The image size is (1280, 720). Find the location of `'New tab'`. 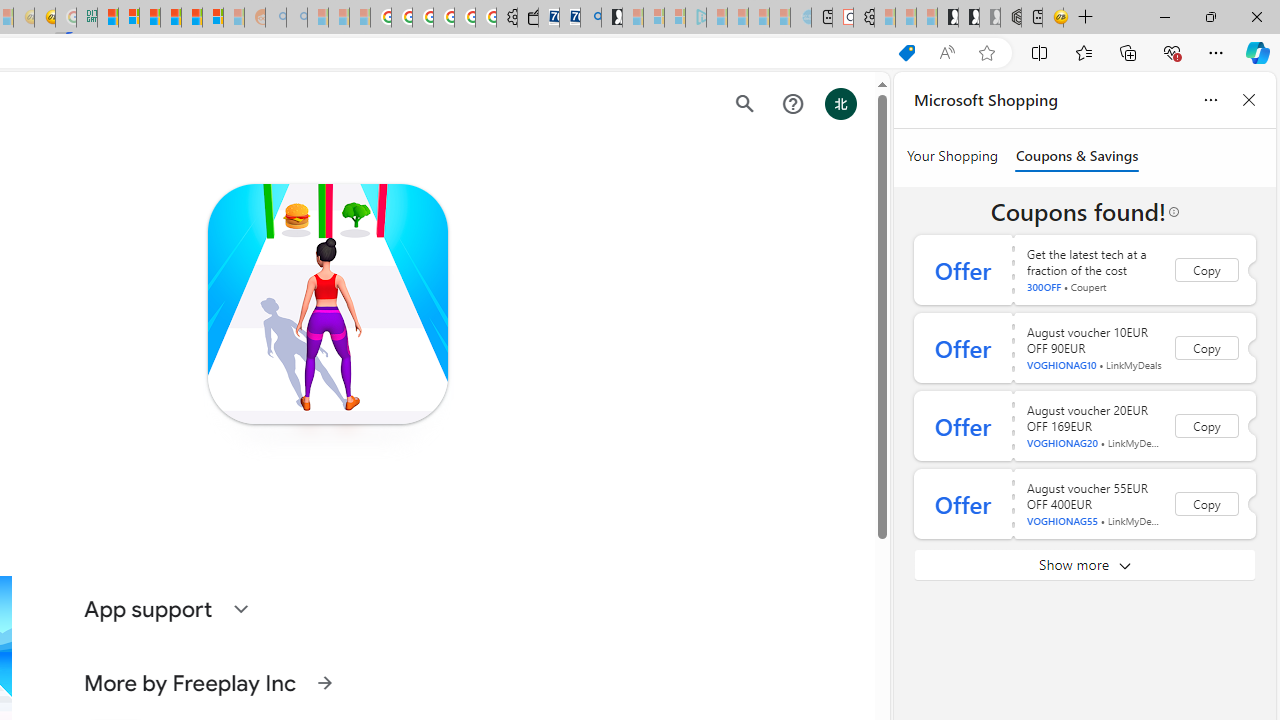

'New tab' is located at coordinates (1031, 17).